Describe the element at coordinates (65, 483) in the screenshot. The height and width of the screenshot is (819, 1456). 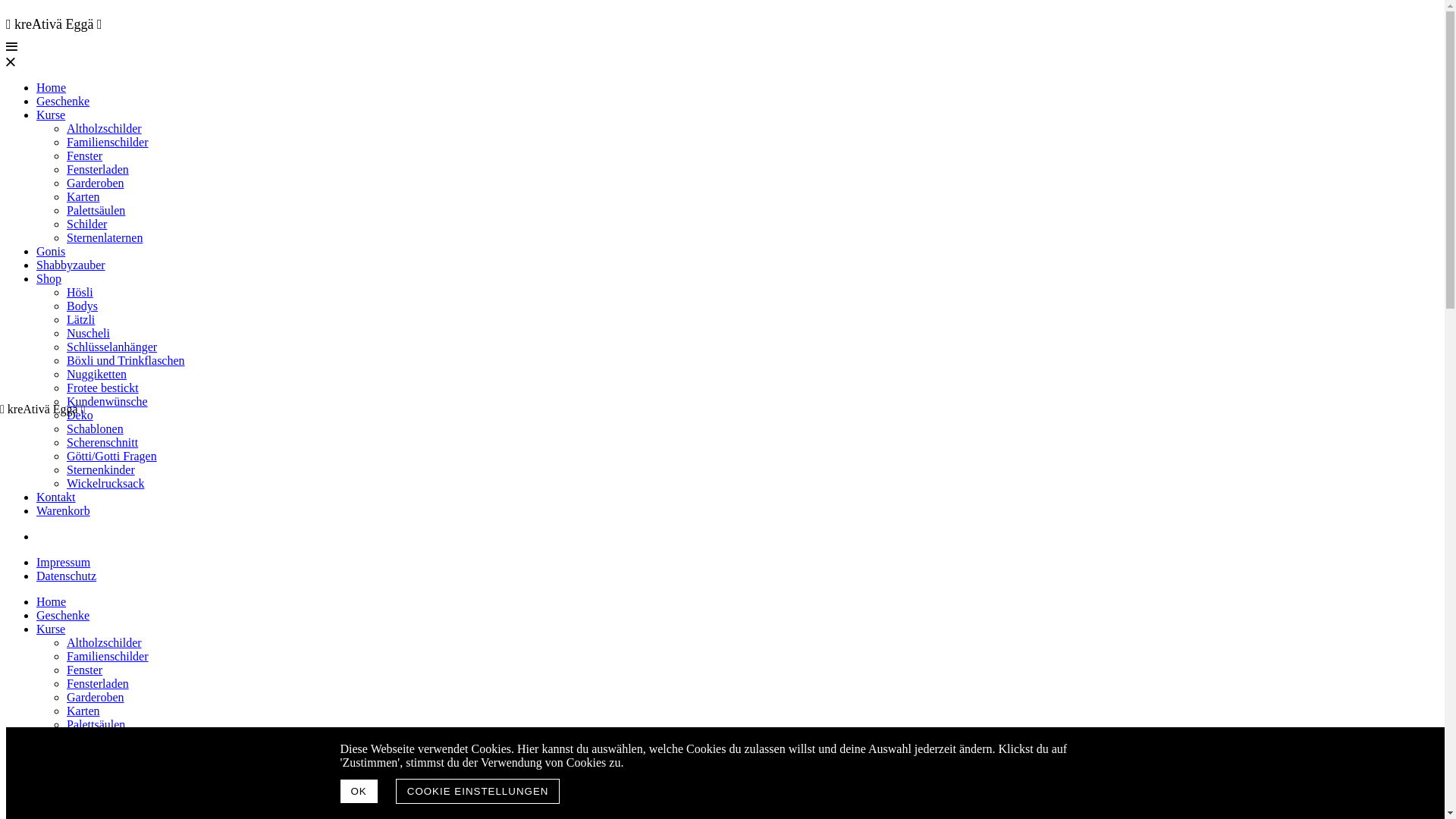
I see `'Wickelrucksack'` at that location.